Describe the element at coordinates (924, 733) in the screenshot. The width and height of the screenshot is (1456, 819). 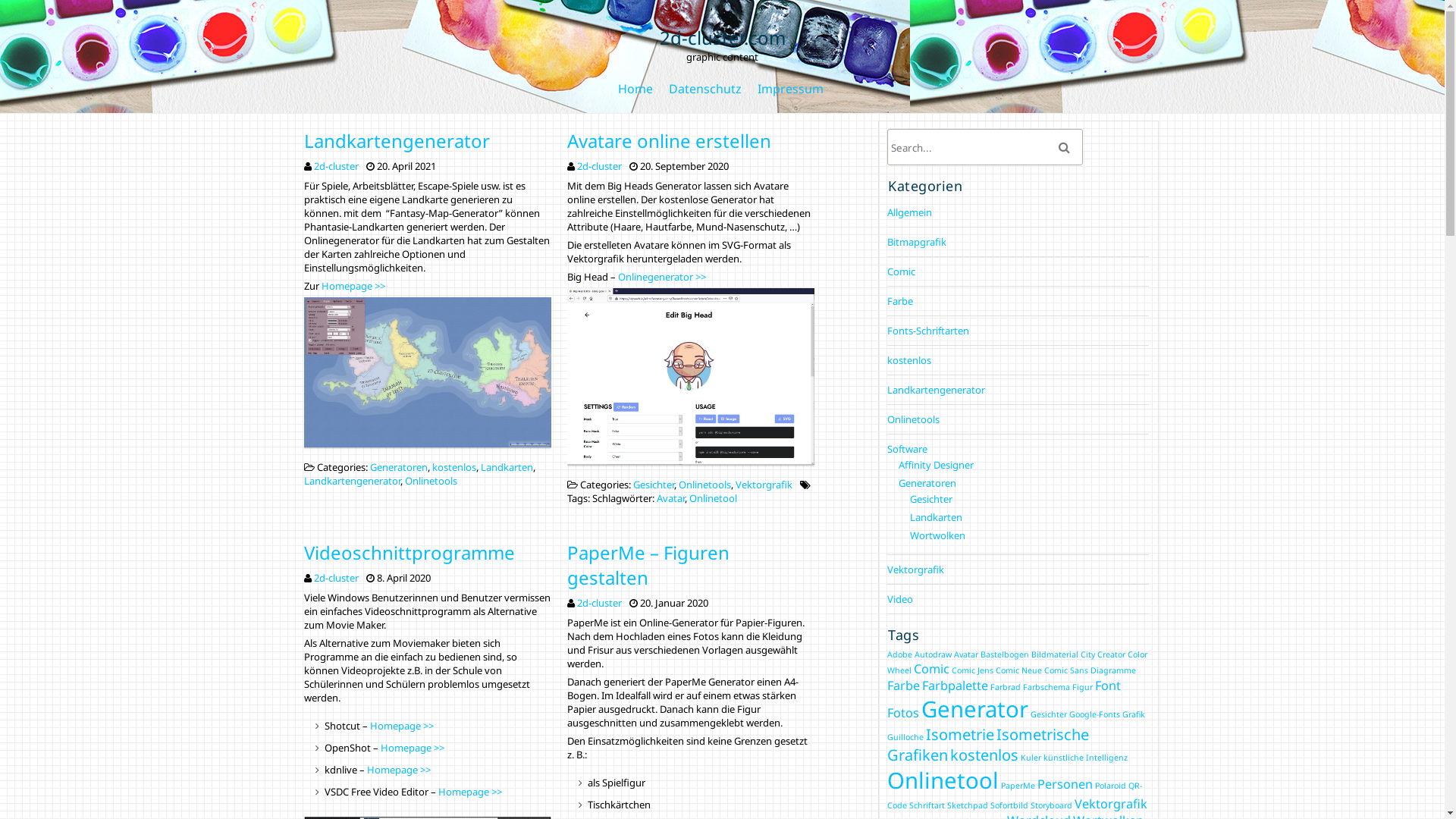
I see `'Isometrie'` at that location.